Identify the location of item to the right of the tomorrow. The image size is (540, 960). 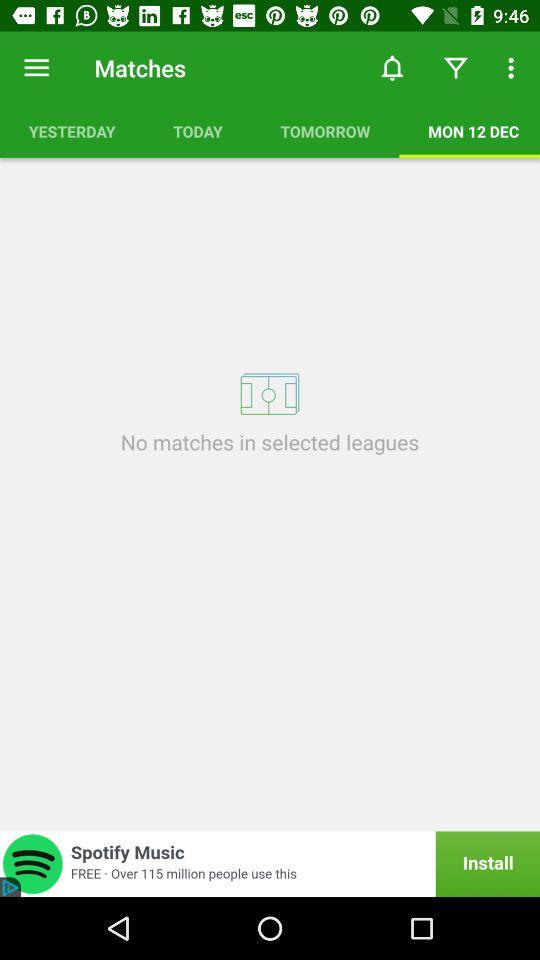
(469, 130).